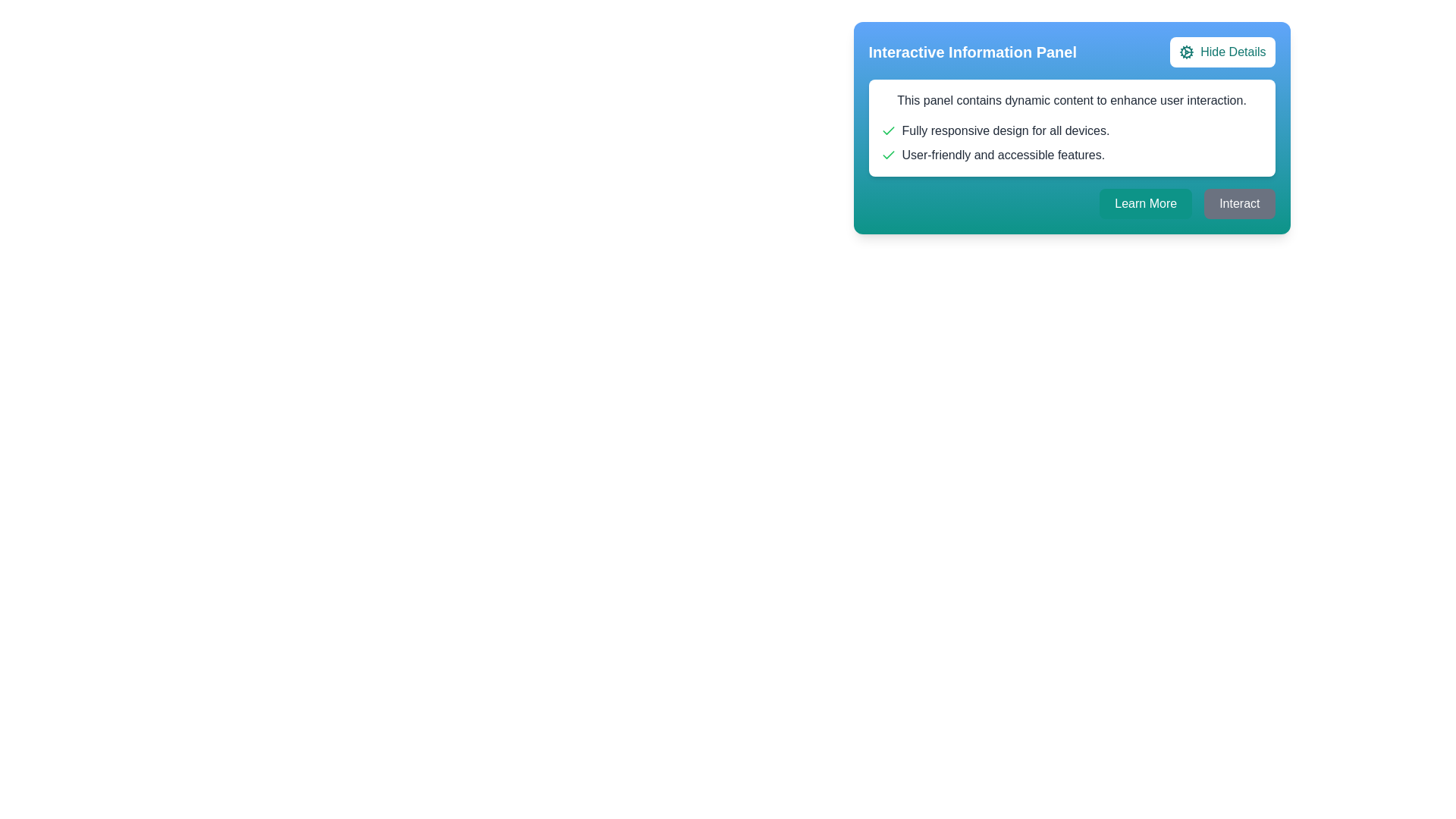  Describe the element at coordinates (1071, 130) in the screenshot. I see `the label with the text 'Fully responsive design for all devices.' which includes a green checkmark icon, indicating completion or confirmation` at that location.